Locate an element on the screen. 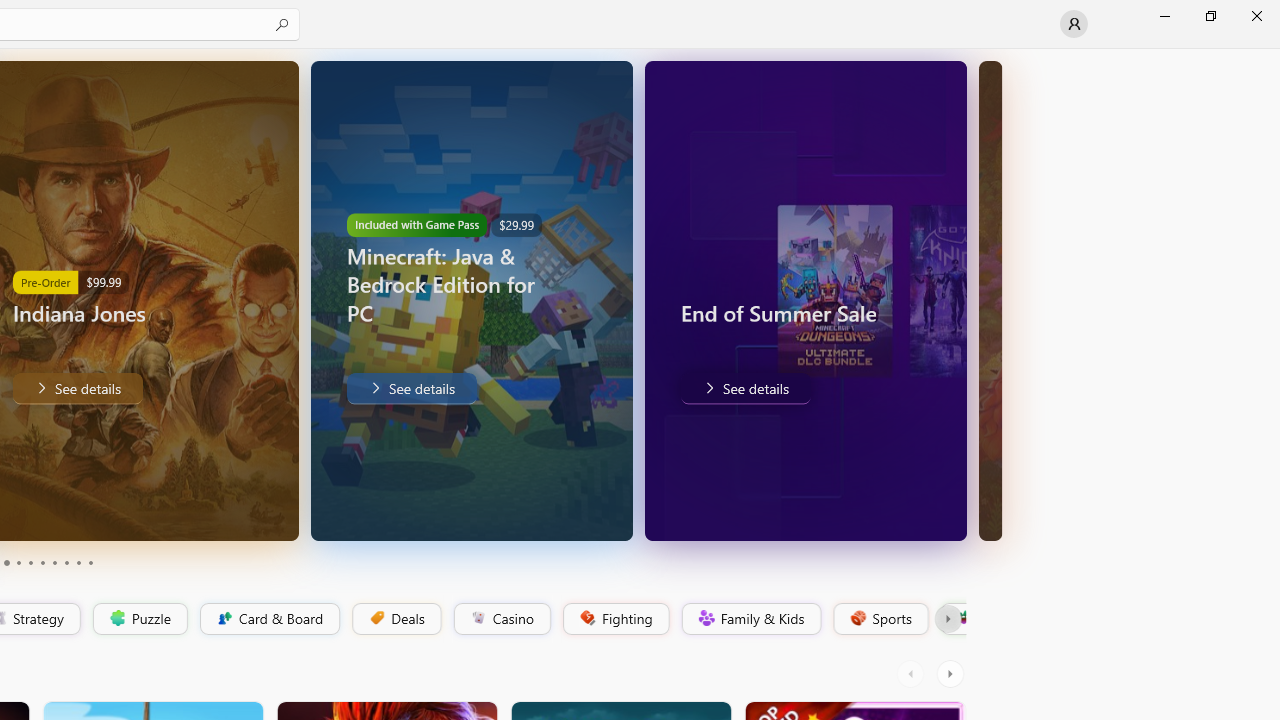 The image size is (1280, 720). 'Deals' is located at coordinates (395, 618).